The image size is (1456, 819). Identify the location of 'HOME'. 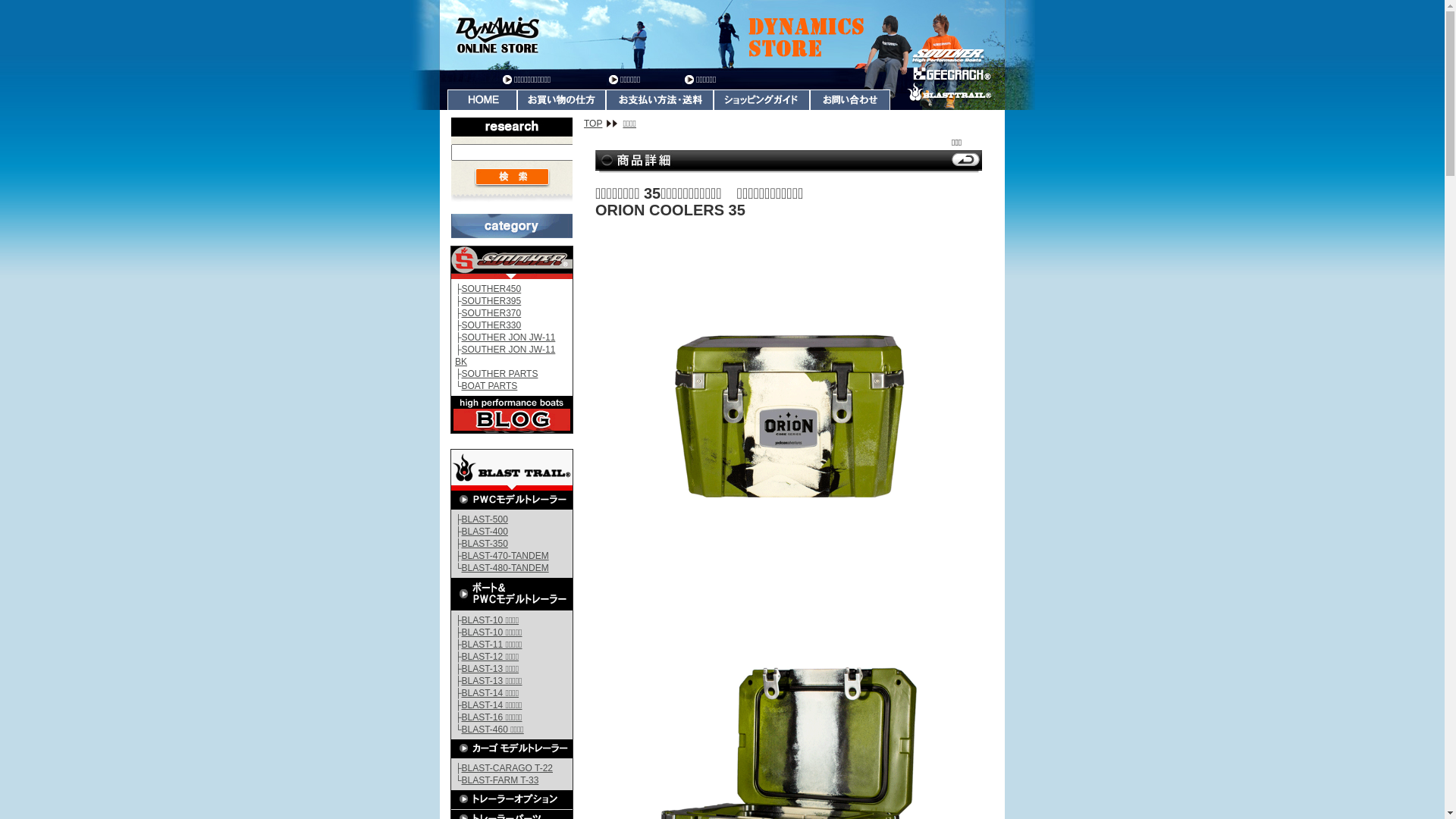
(482, 99).